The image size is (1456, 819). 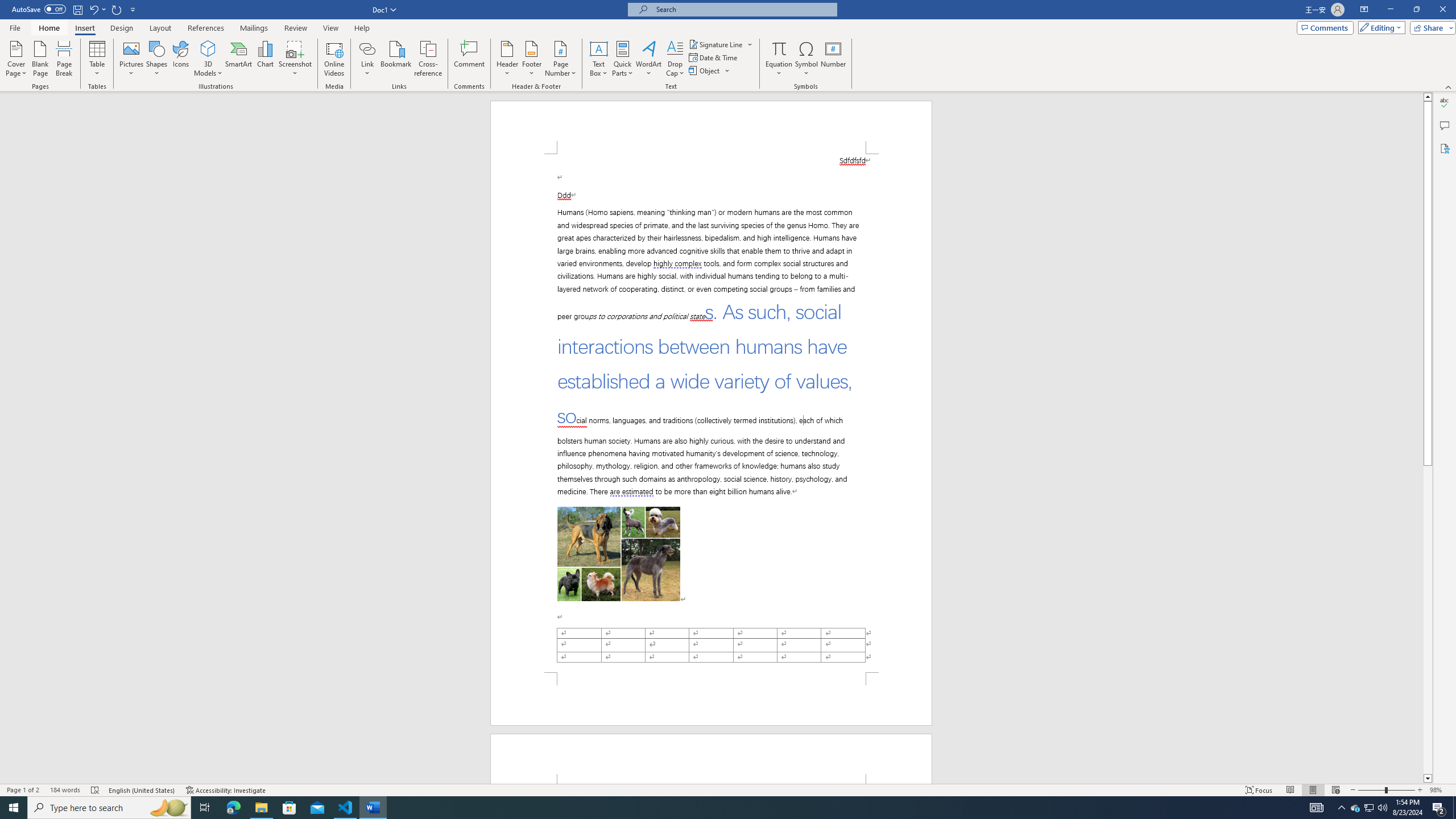 What do you see at coordinates (619, 553) in the screenshot?
I see `'Morphological variation in six dogs'` at bounding box center [619, 553].